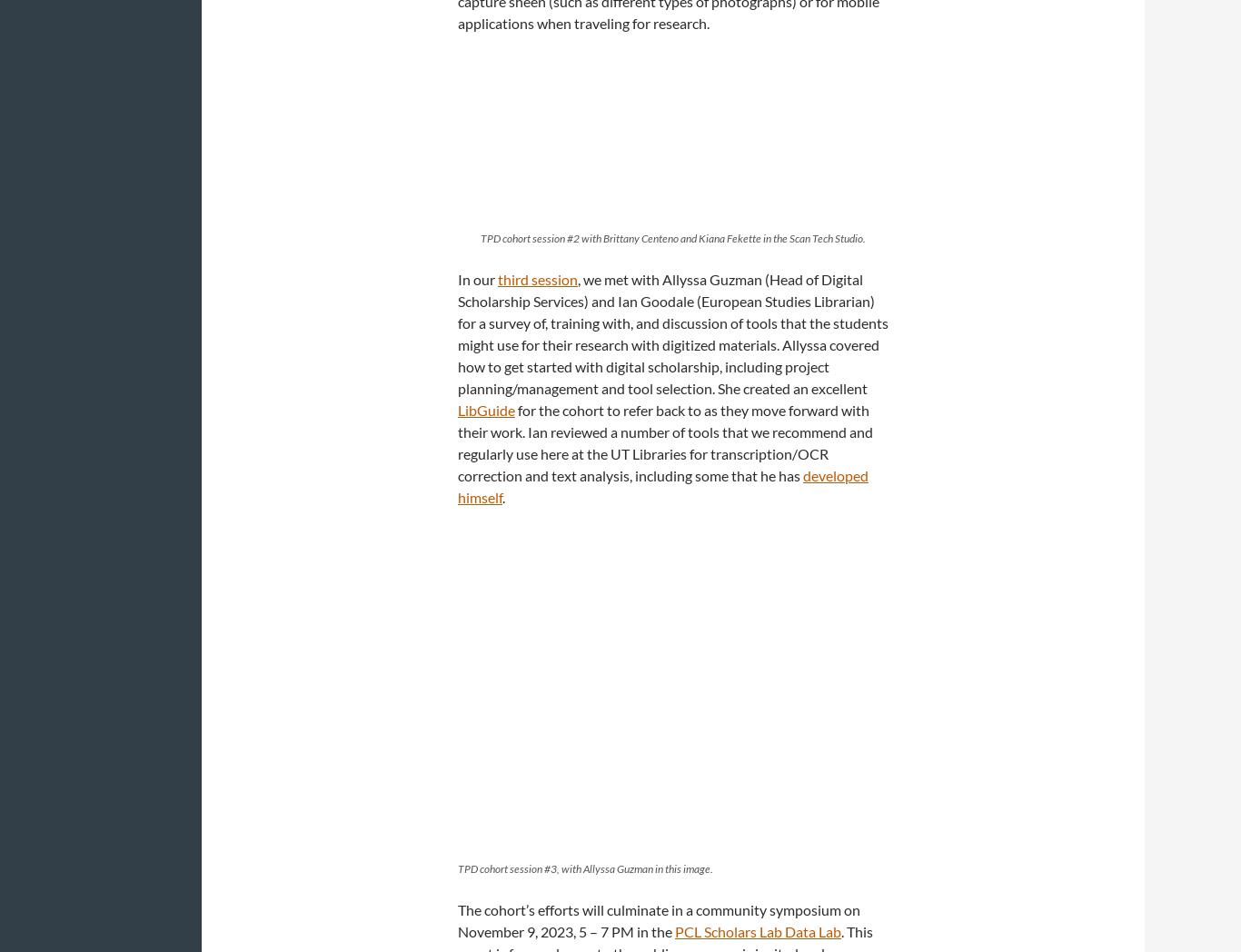 The image size is (1241, 952). I want to click on 'PCL Scholars Lab Data Lab', so click(757, 931).